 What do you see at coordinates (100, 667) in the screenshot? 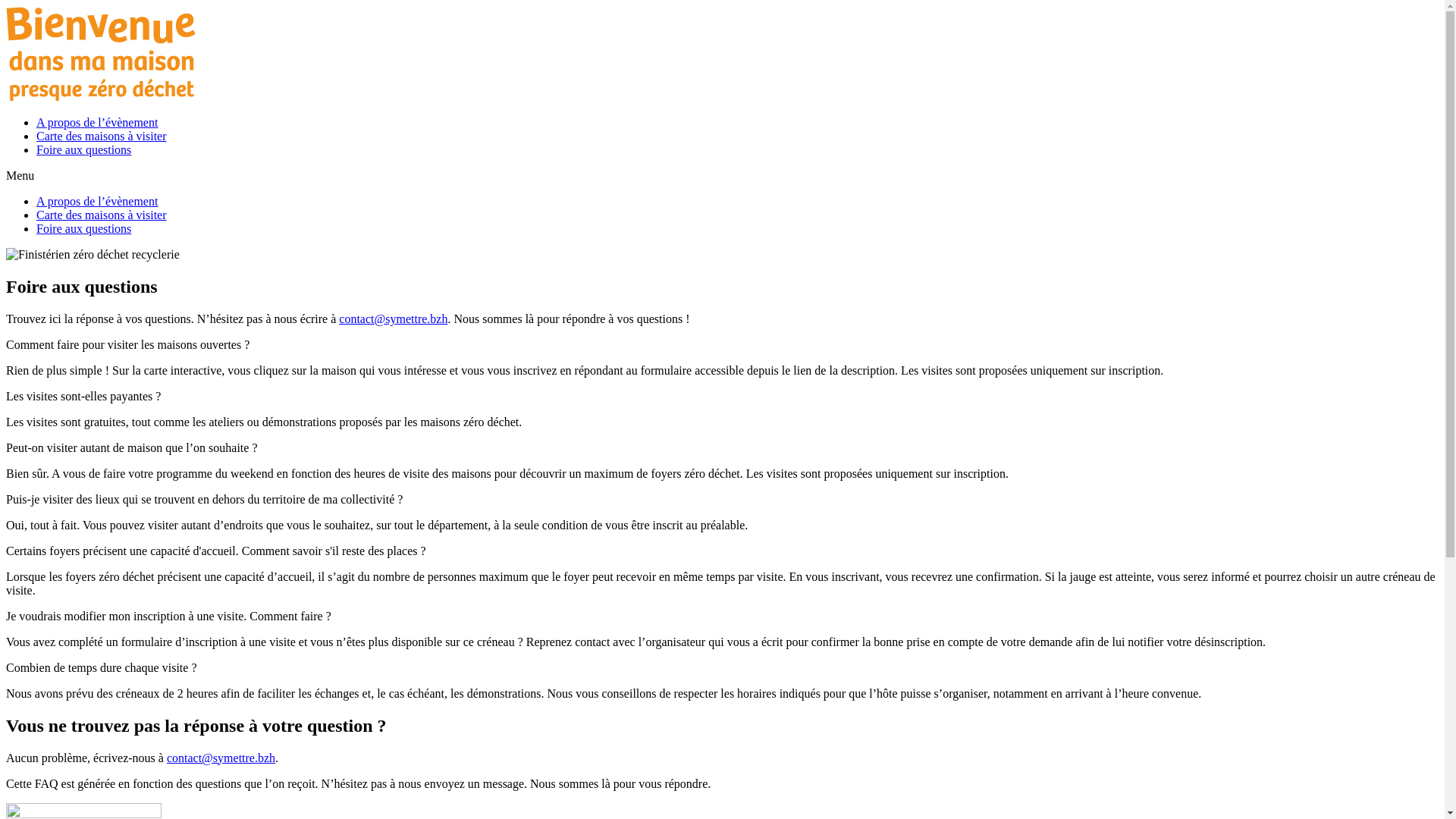
I see `'Combien de temps dure chaque visite ?'` at bounding box center [100, 667].